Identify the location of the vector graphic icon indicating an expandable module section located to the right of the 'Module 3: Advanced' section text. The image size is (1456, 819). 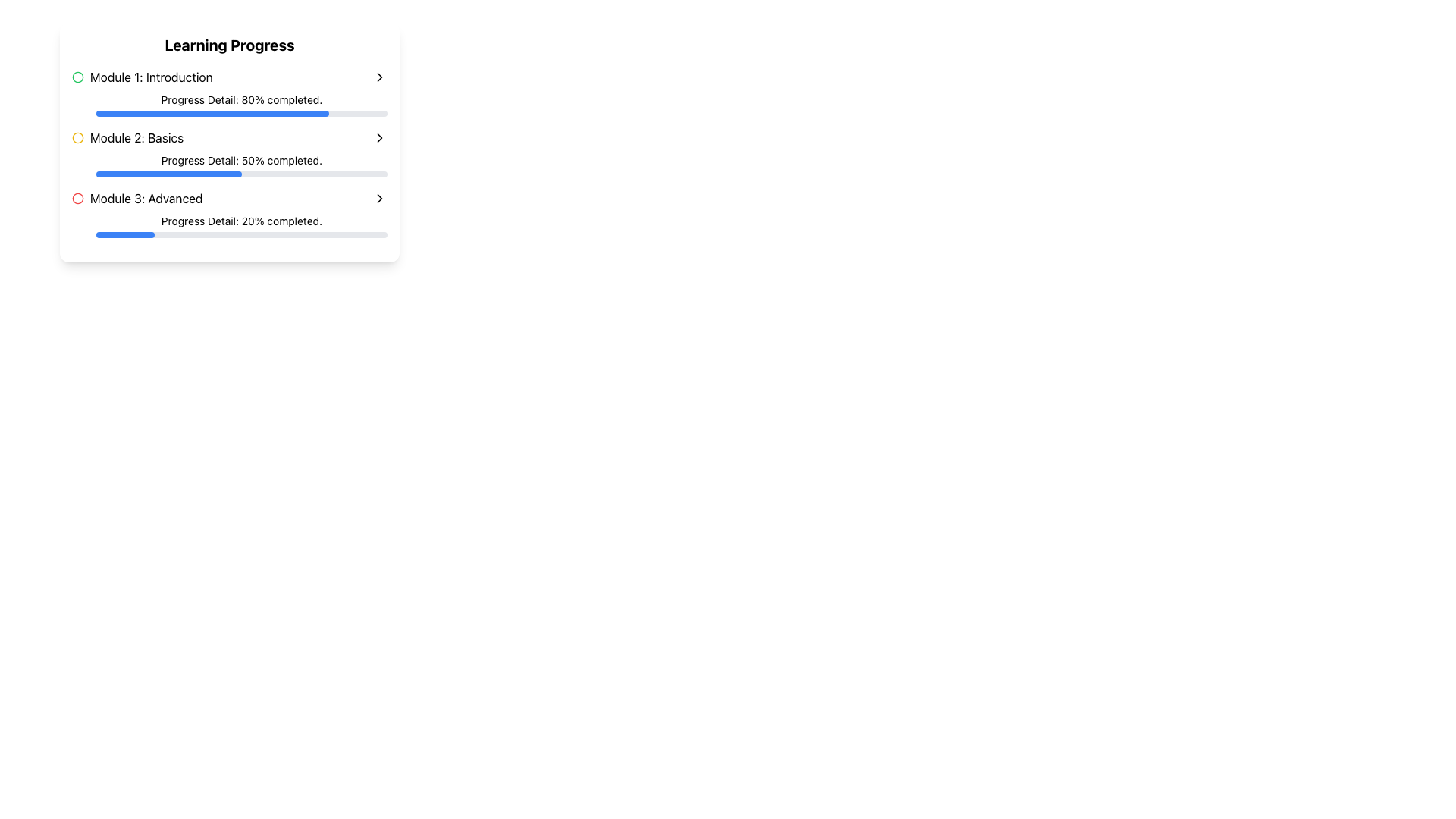
(379, 198).